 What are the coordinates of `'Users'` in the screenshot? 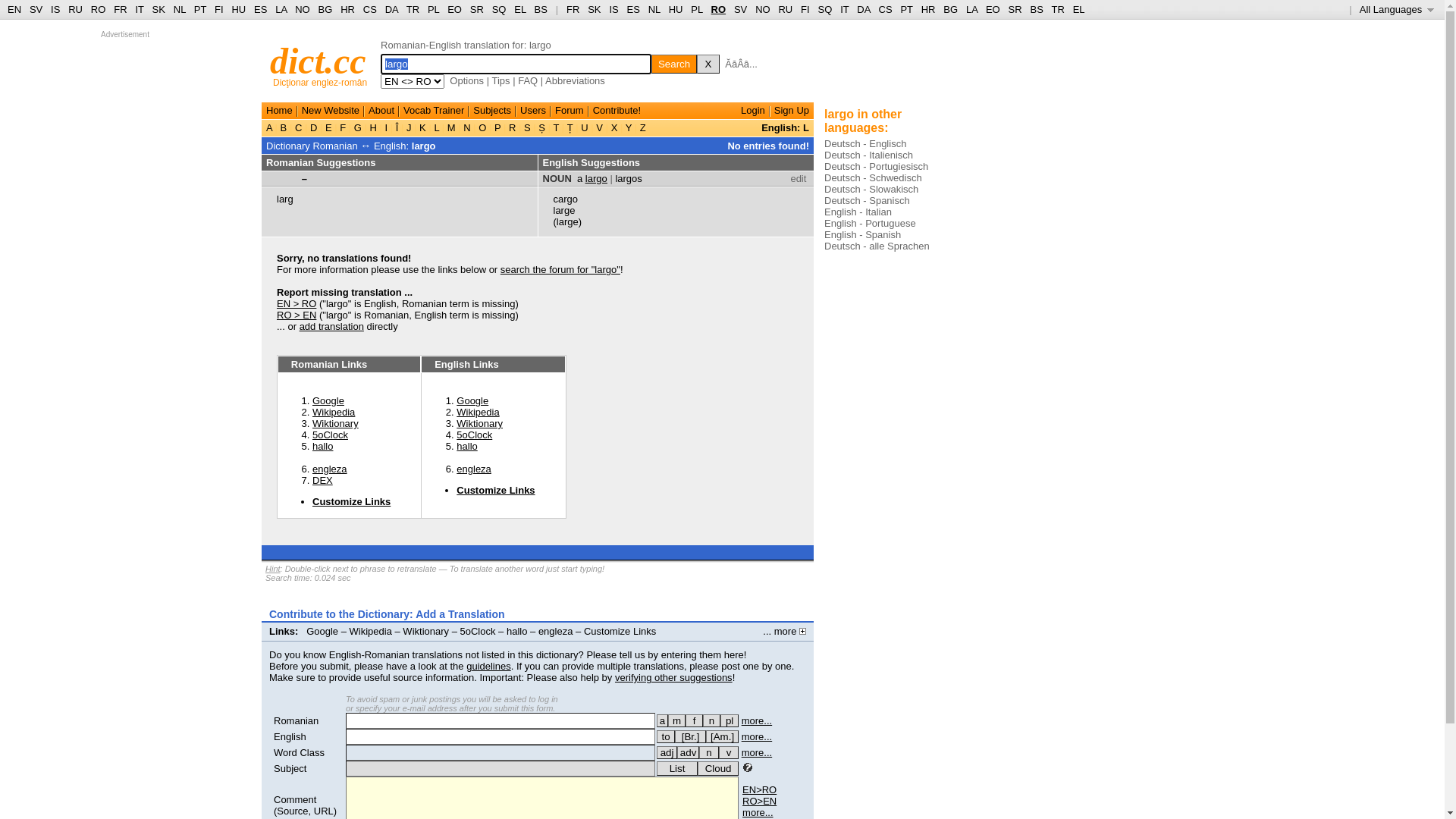 It's located at (520, 109).